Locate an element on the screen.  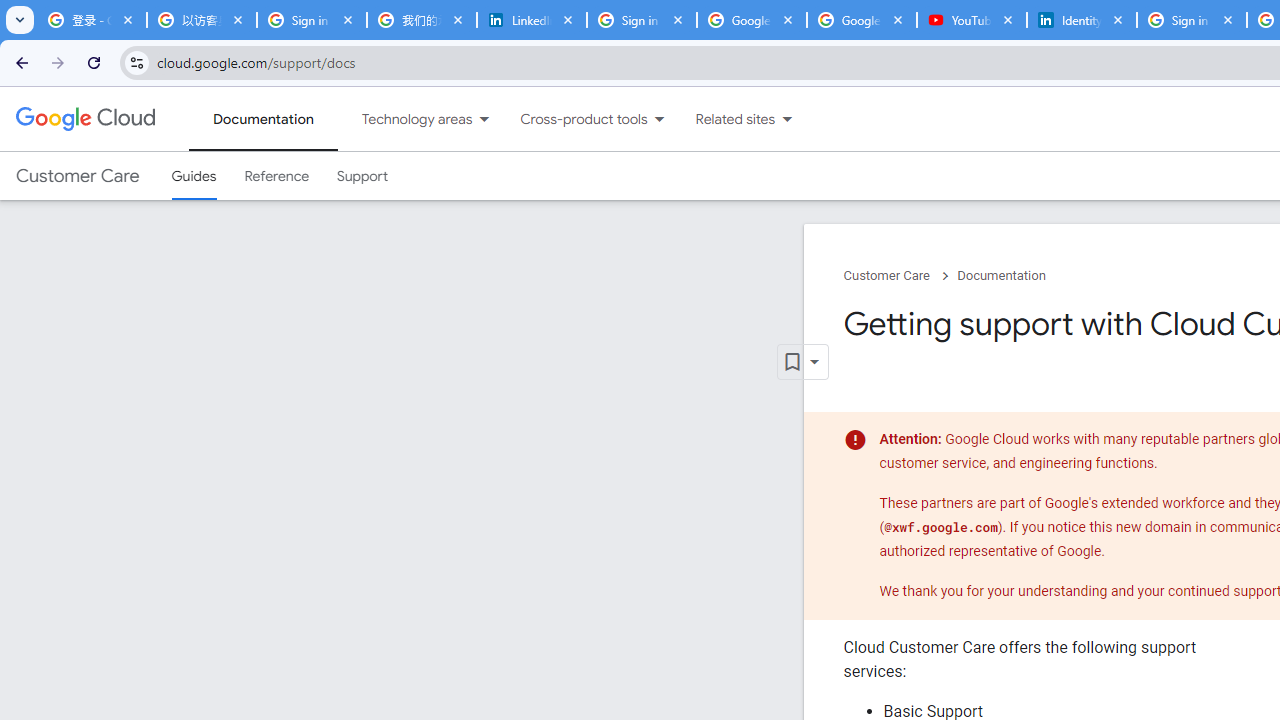
'Customer Care chevron_right' is located at coordinates (899, 276).